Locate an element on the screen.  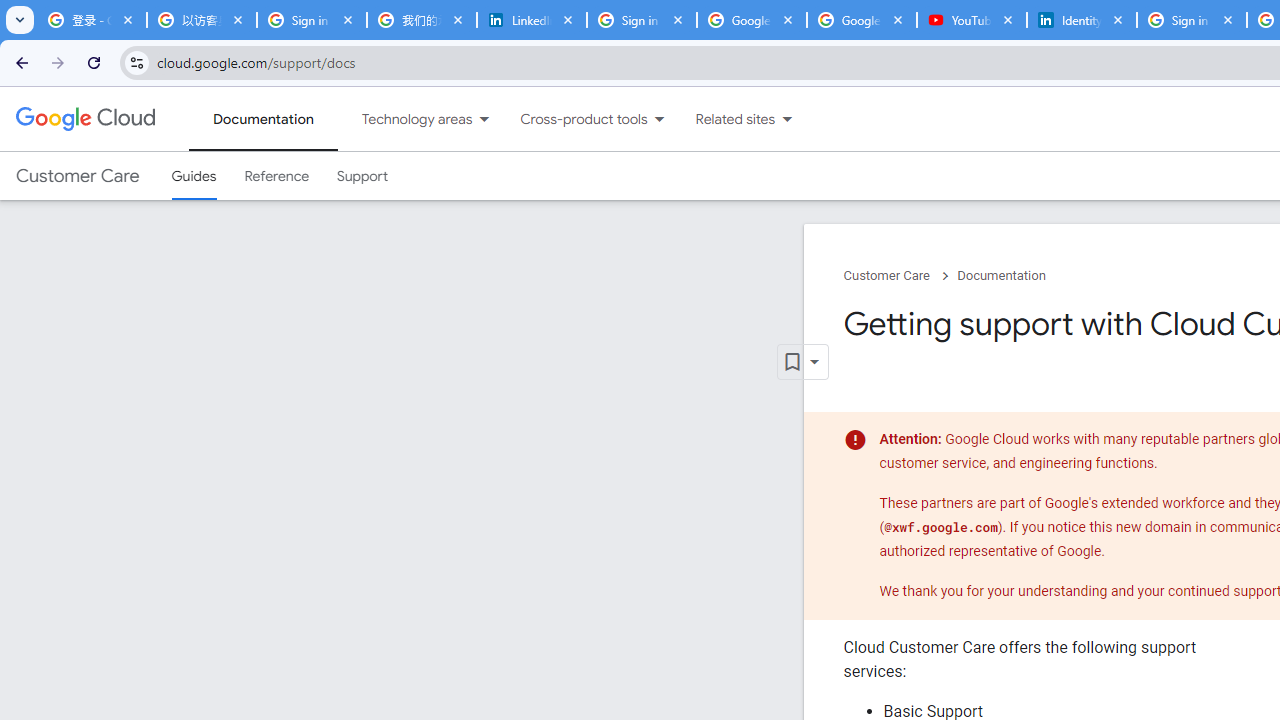
'Customer Care chevron_right' is located at coordinates (899, 276).